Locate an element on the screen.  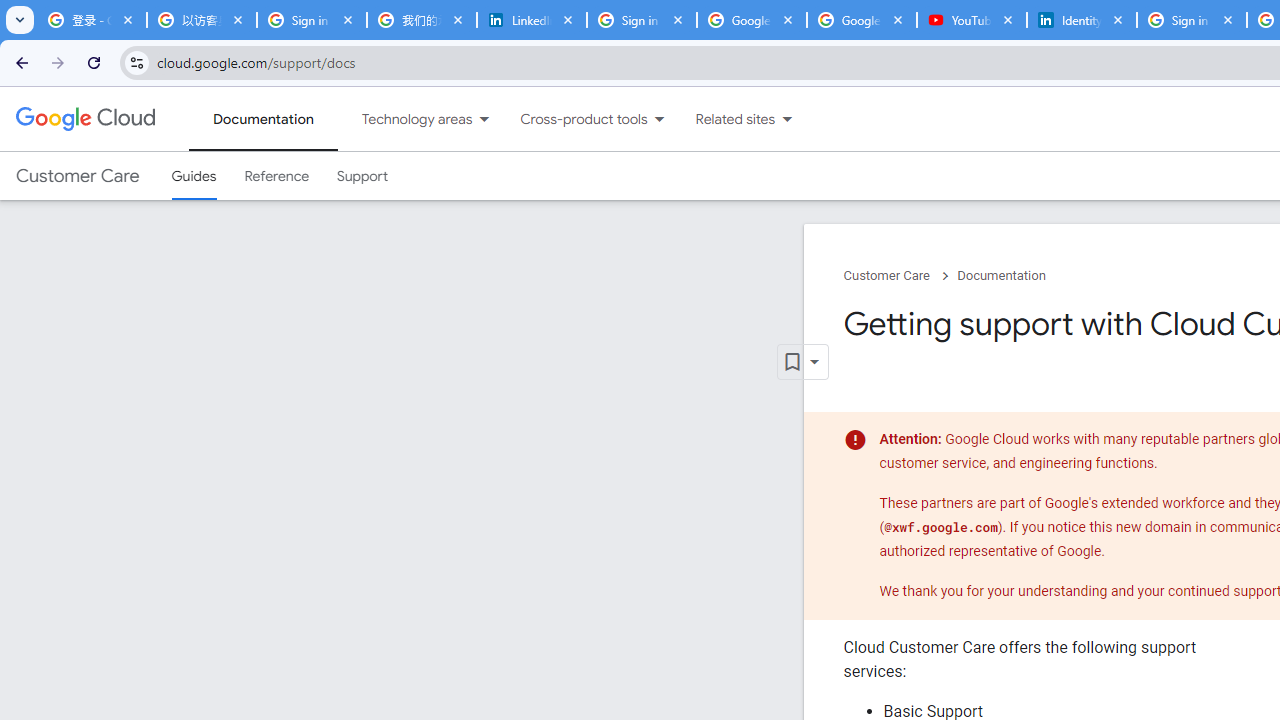
'Customer Care chevron_right' is located at coordinates (899, 276).